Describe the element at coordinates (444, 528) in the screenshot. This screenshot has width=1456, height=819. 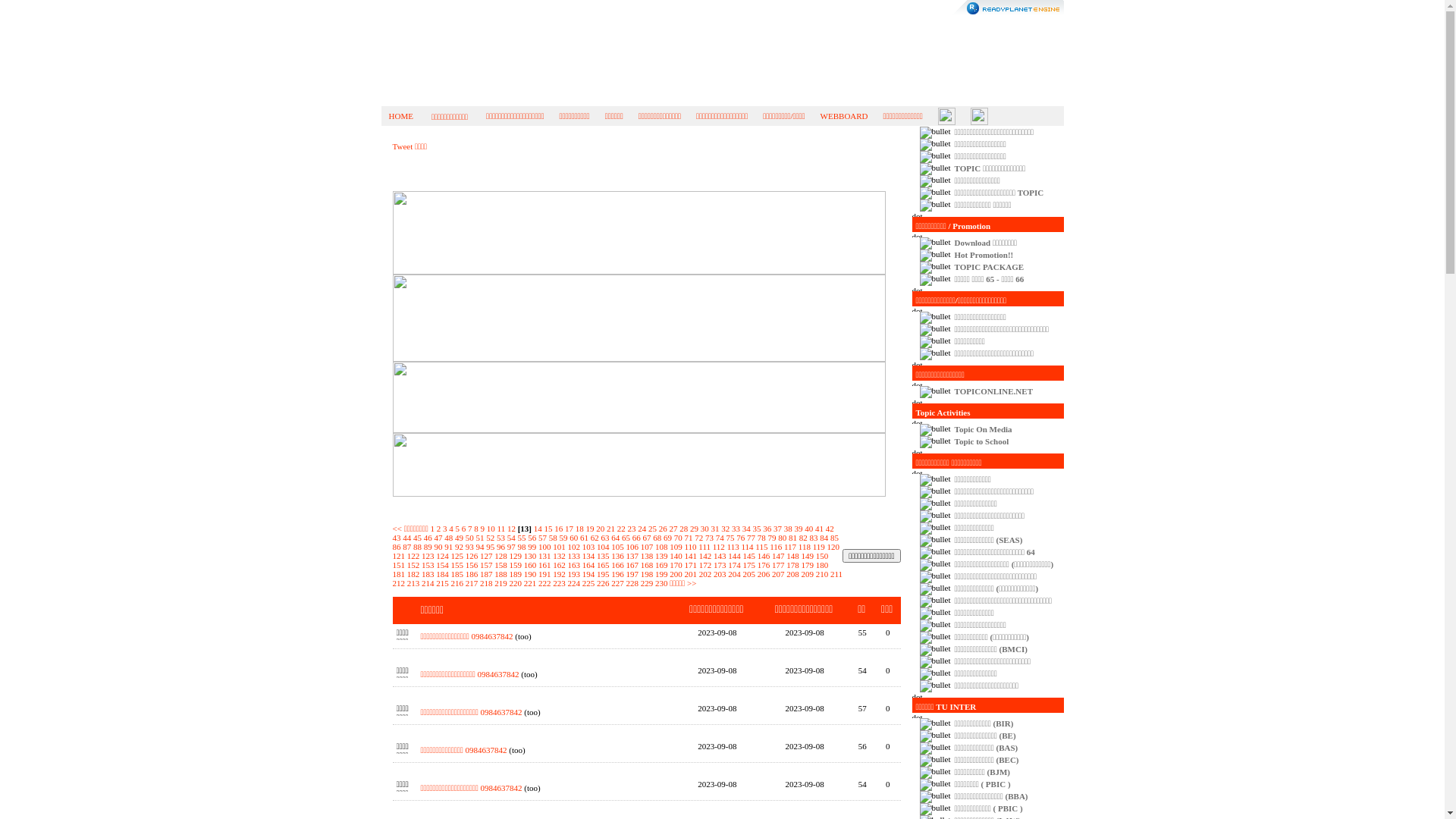
I see `'3'` at that location.